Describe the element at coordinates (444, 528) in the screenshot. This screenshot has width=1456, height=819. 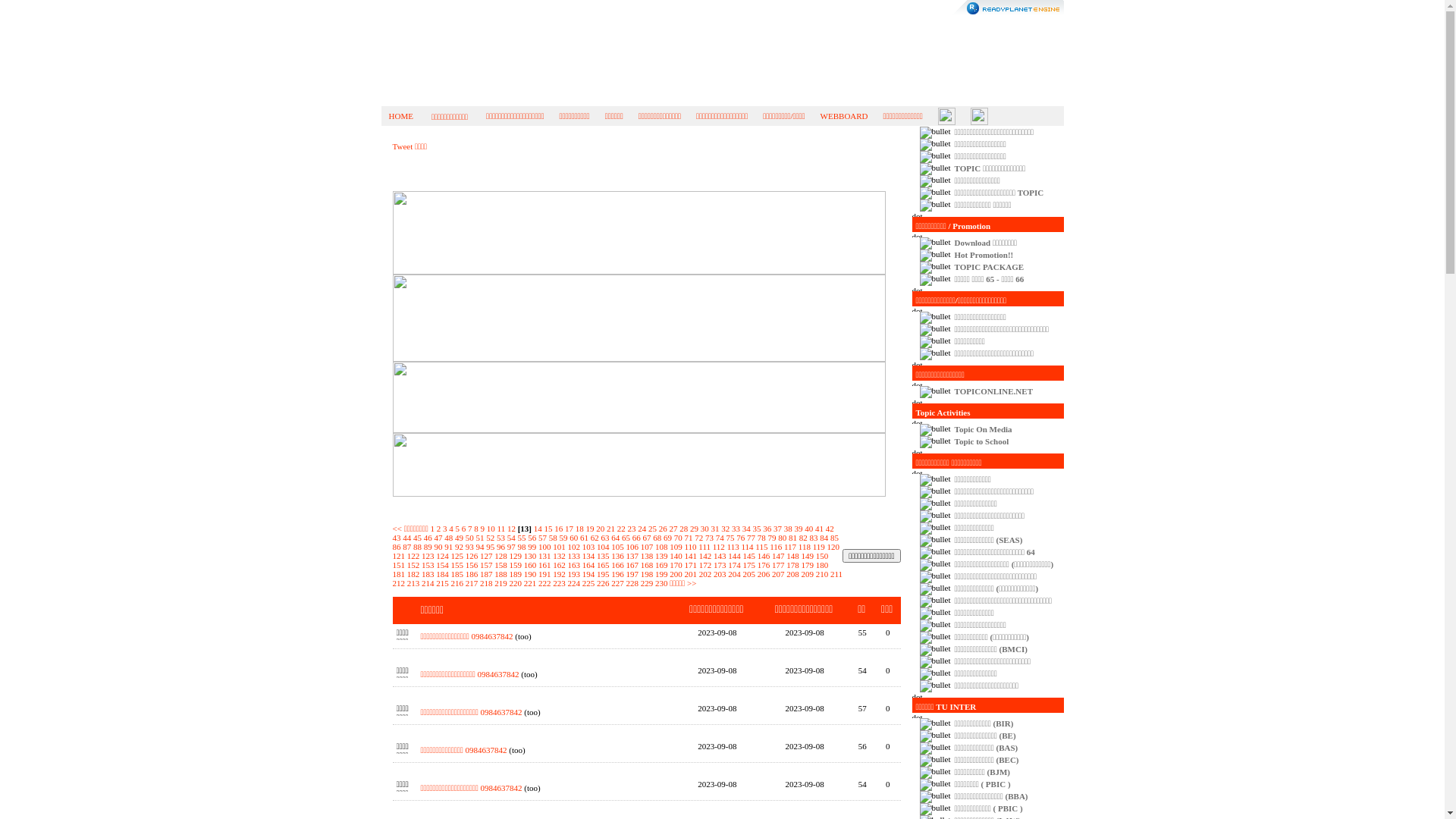
I see `'3'` at that location.